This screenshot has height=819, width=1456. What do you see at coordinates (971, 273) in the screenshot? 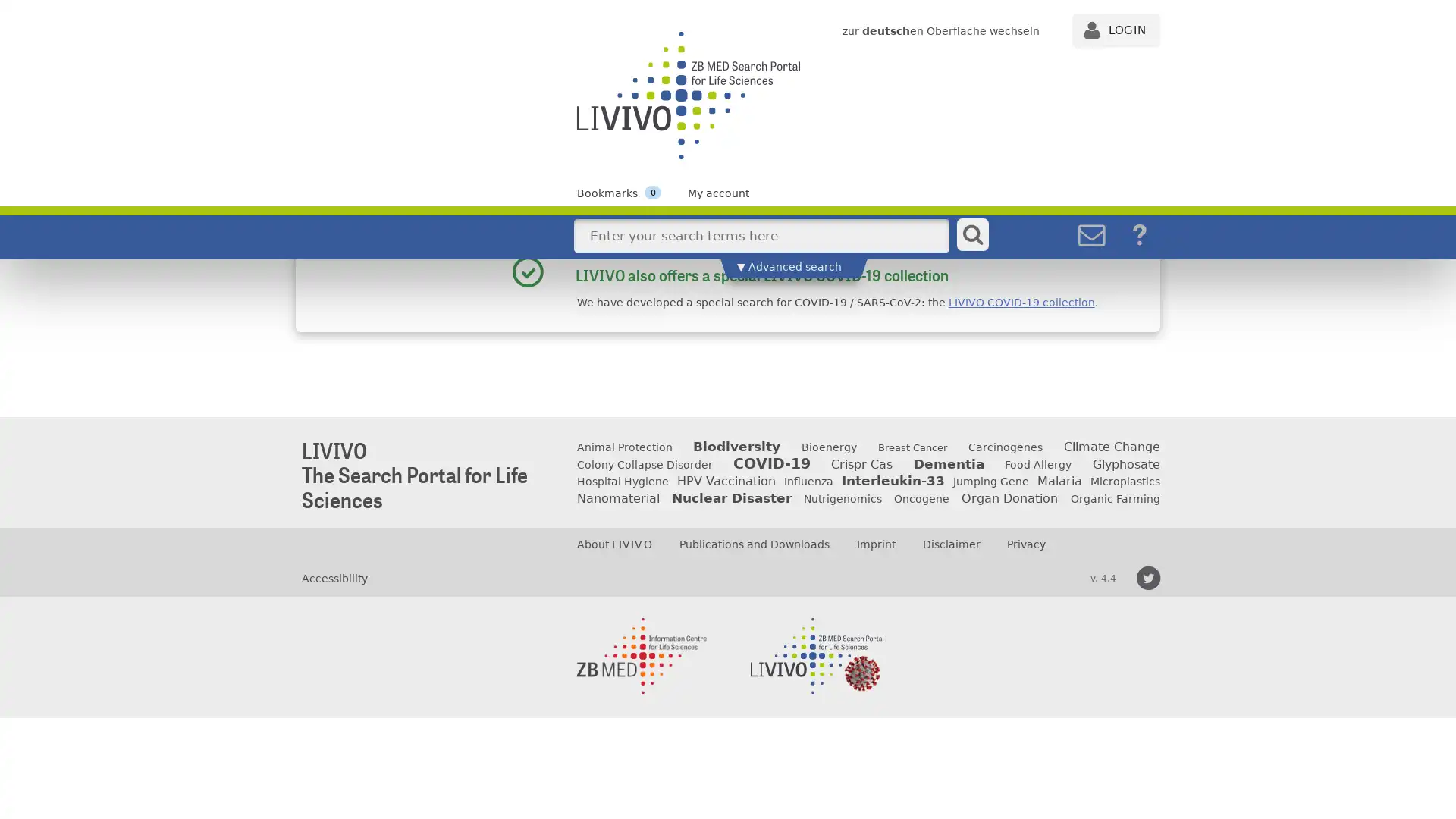
I see `Search` at bounding box center [971, 273].